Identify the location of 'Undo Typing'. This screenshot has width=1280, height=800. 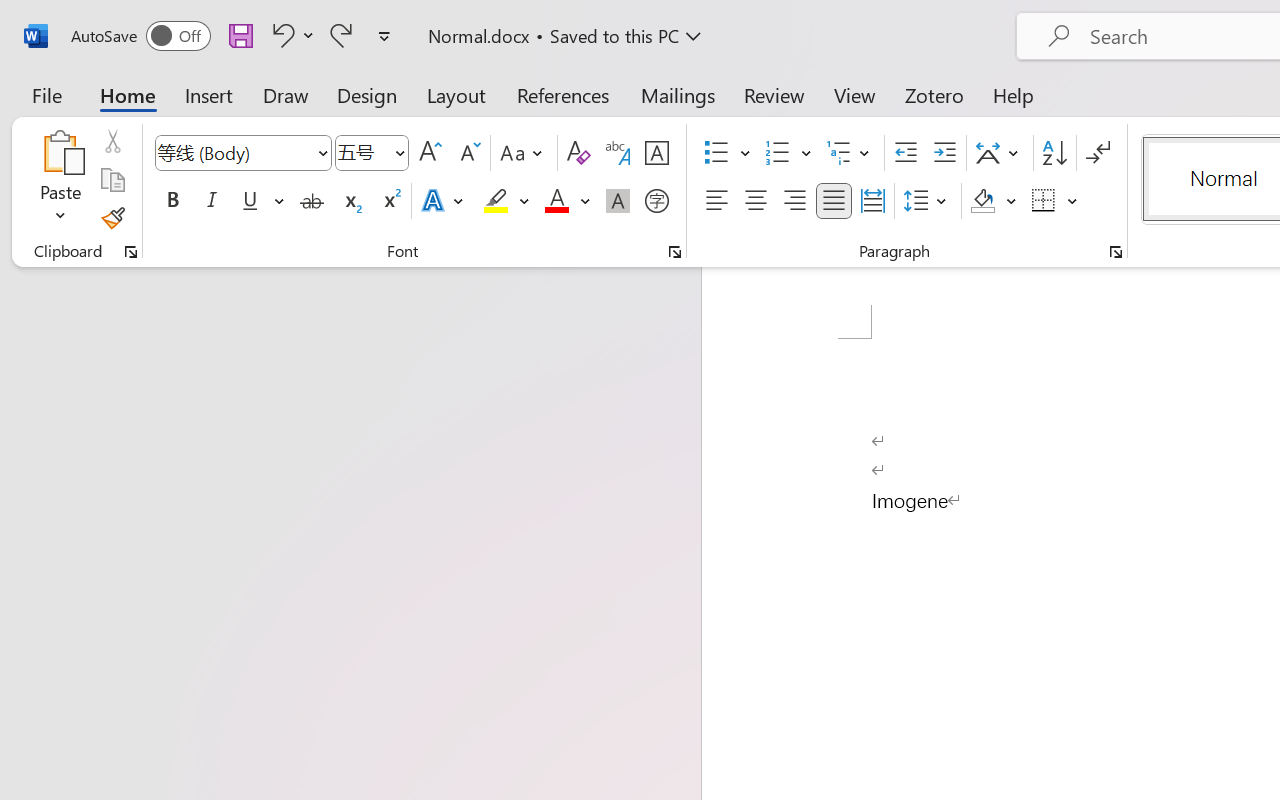
(289, 34).